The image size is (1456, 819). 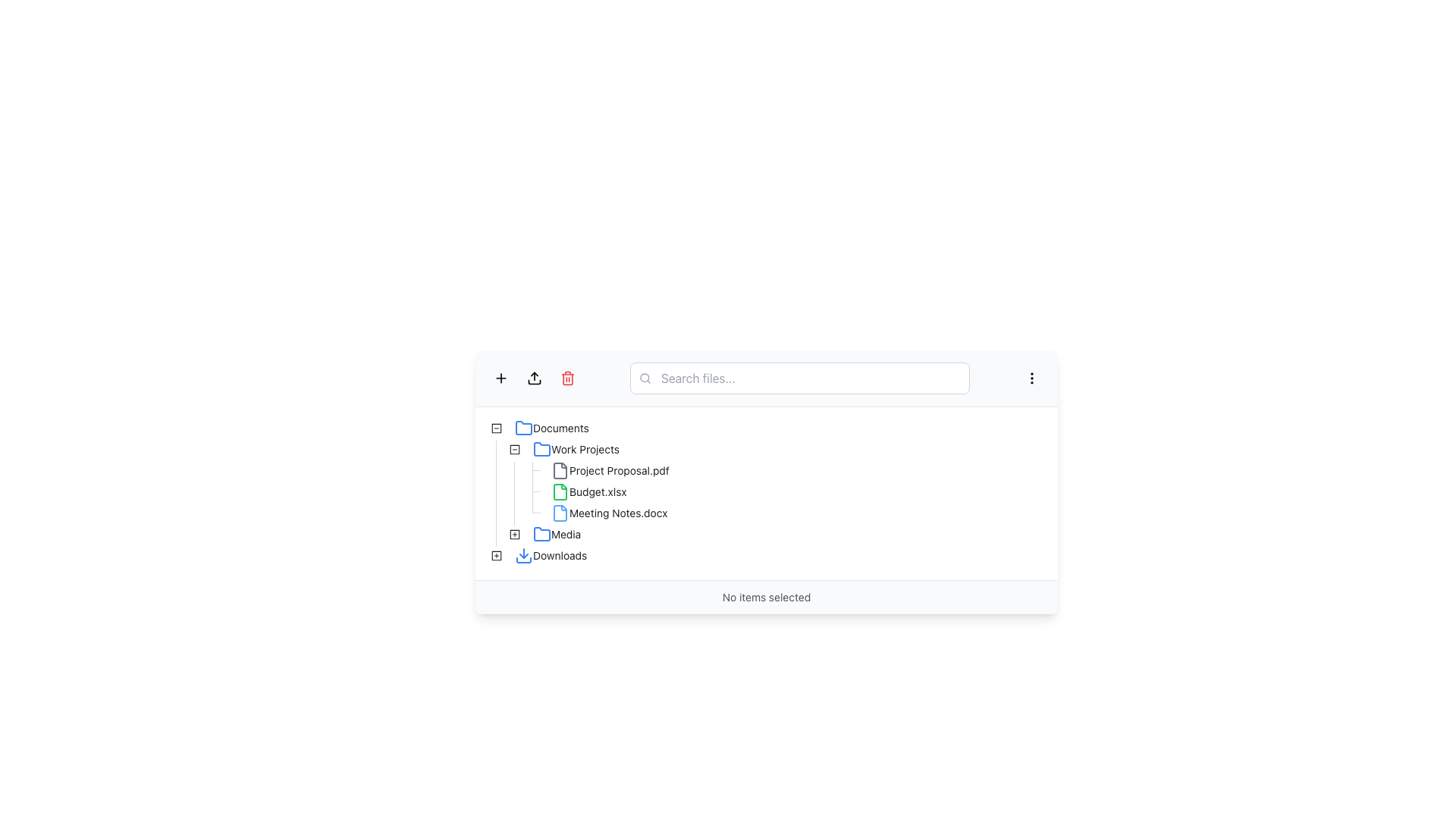 What do you see at coordinates (506, 470) in the screenshot?
I see `the indentation unit located beside 'Project Proposal.pdf' in the 'Work Projects' folder` at bounding box center [506, 470].